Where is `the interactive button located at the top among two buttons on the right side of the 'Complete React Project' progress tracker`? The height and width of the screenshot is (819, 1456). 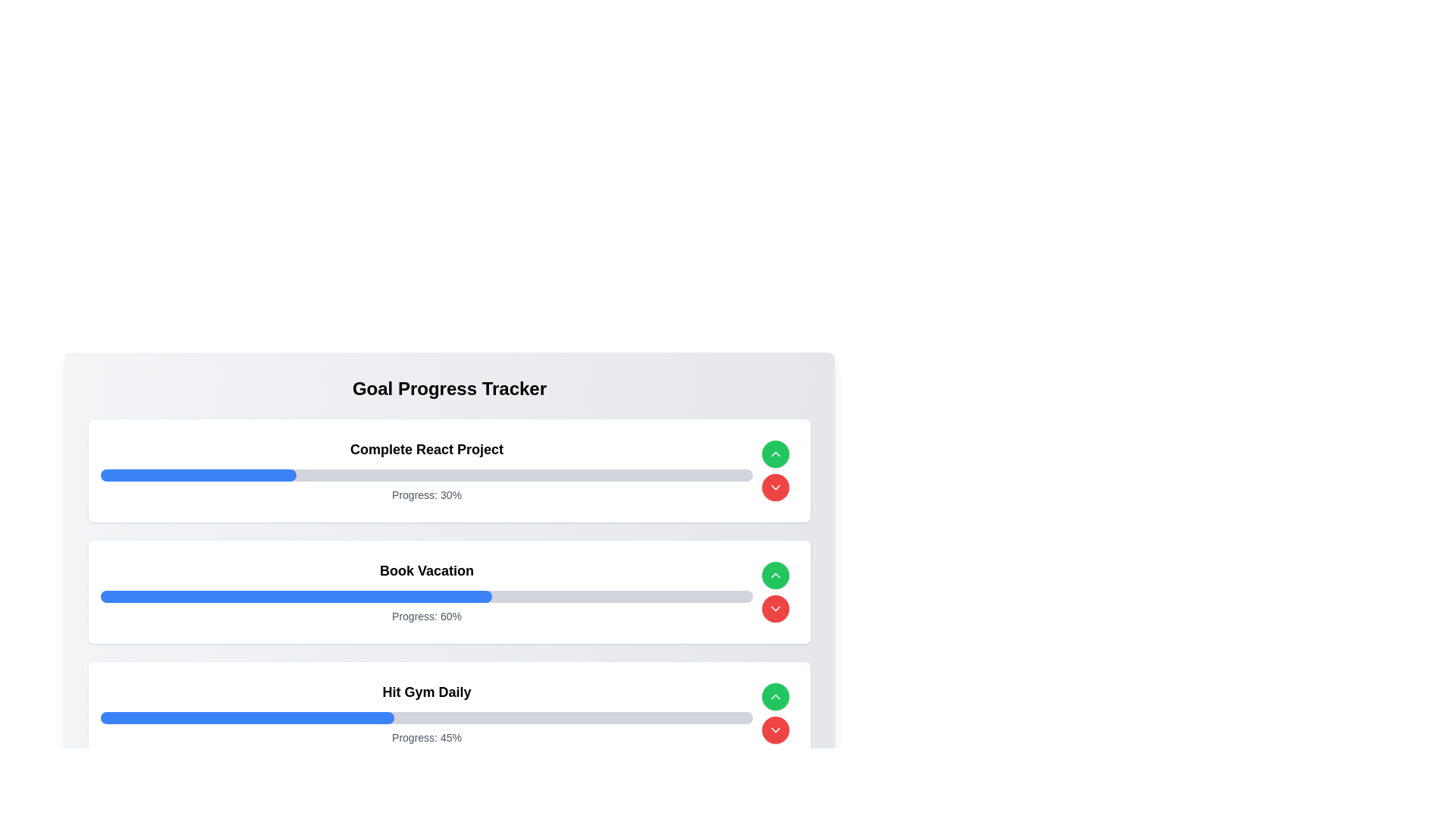
the interactive button located at the top among two buttons on the right side of the 'Complete React Project' progress tracker is located at coordinates (775, 453).